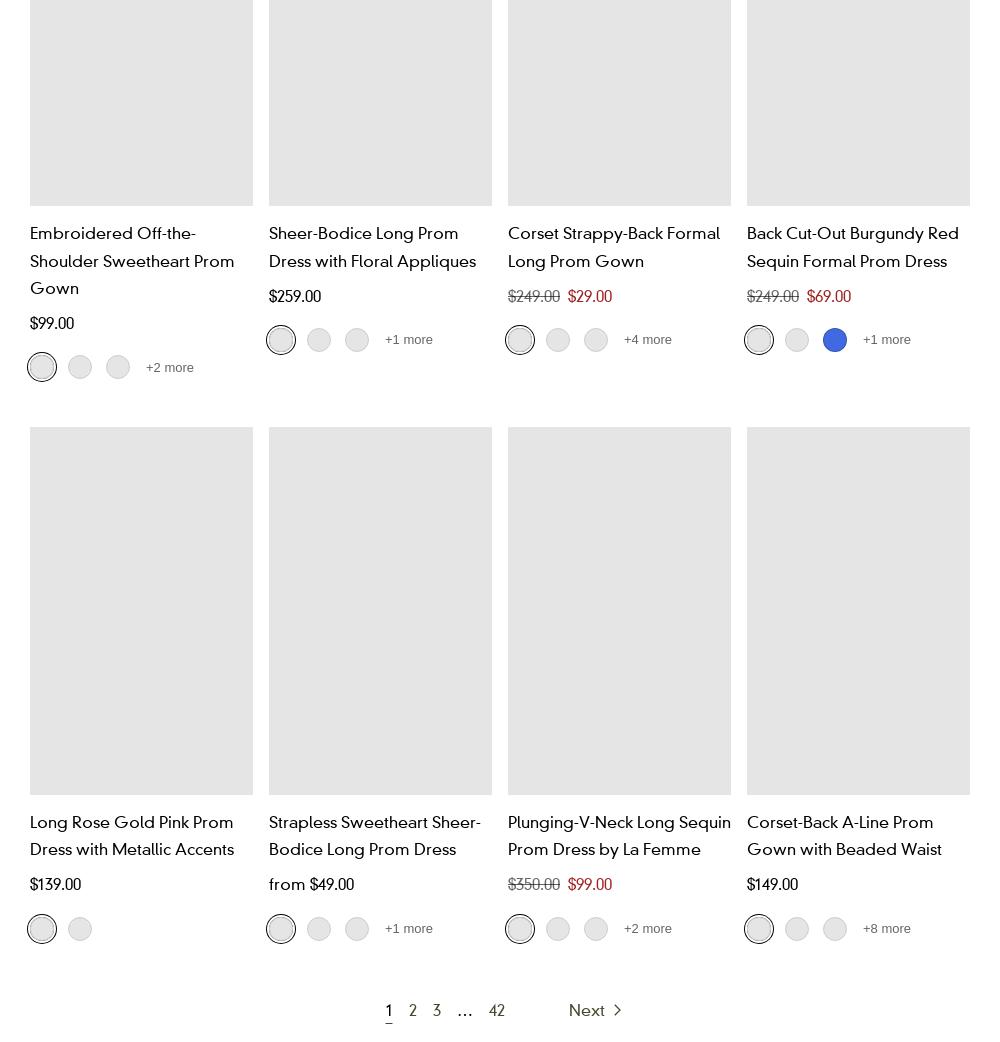 This screenshot has width=1000, height=1042. What do you see at coordinates (294, 735) in the screenshot?
I see `'Mocha'` at bounding box center [294, 735].